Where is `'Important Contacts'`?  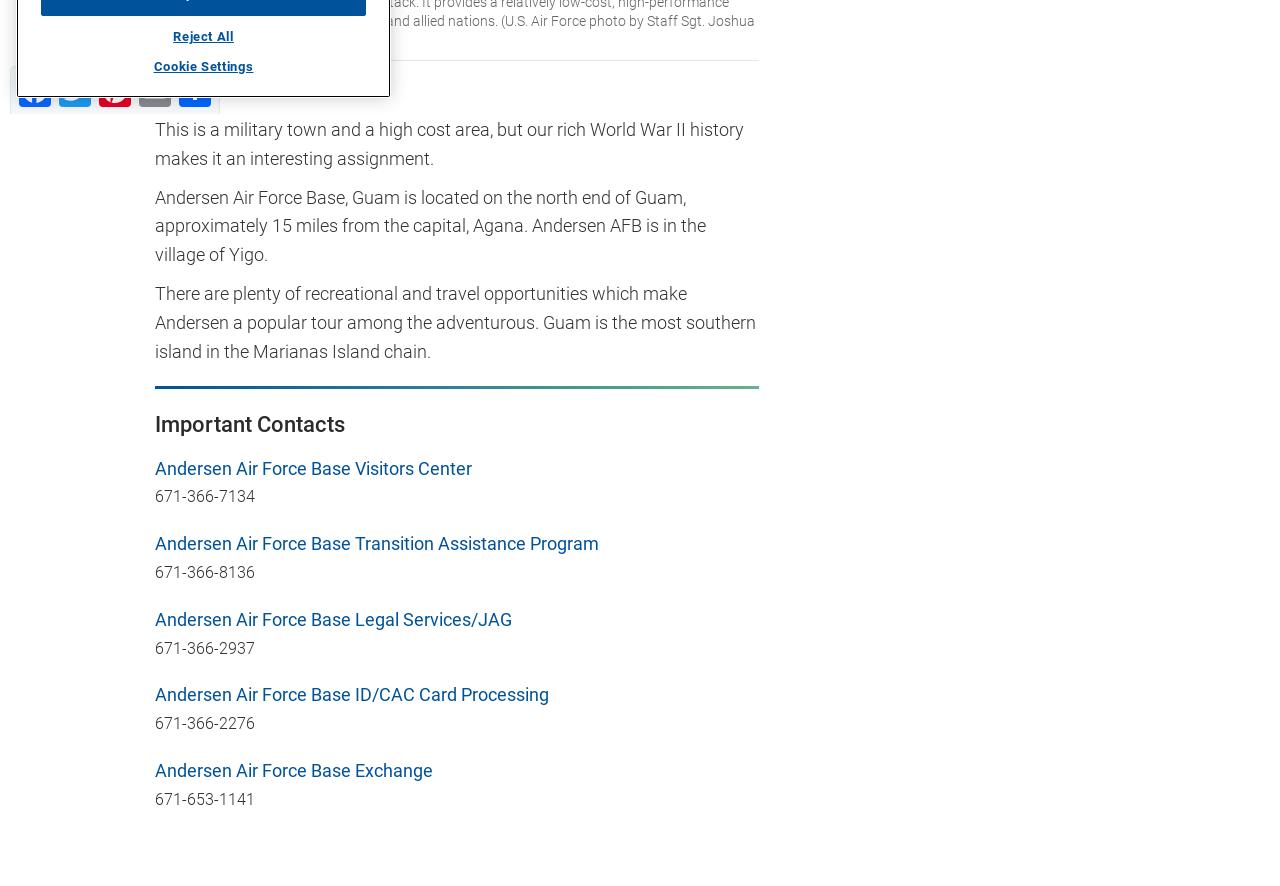
'Important Contacts' is located at coordinates (154, 422).